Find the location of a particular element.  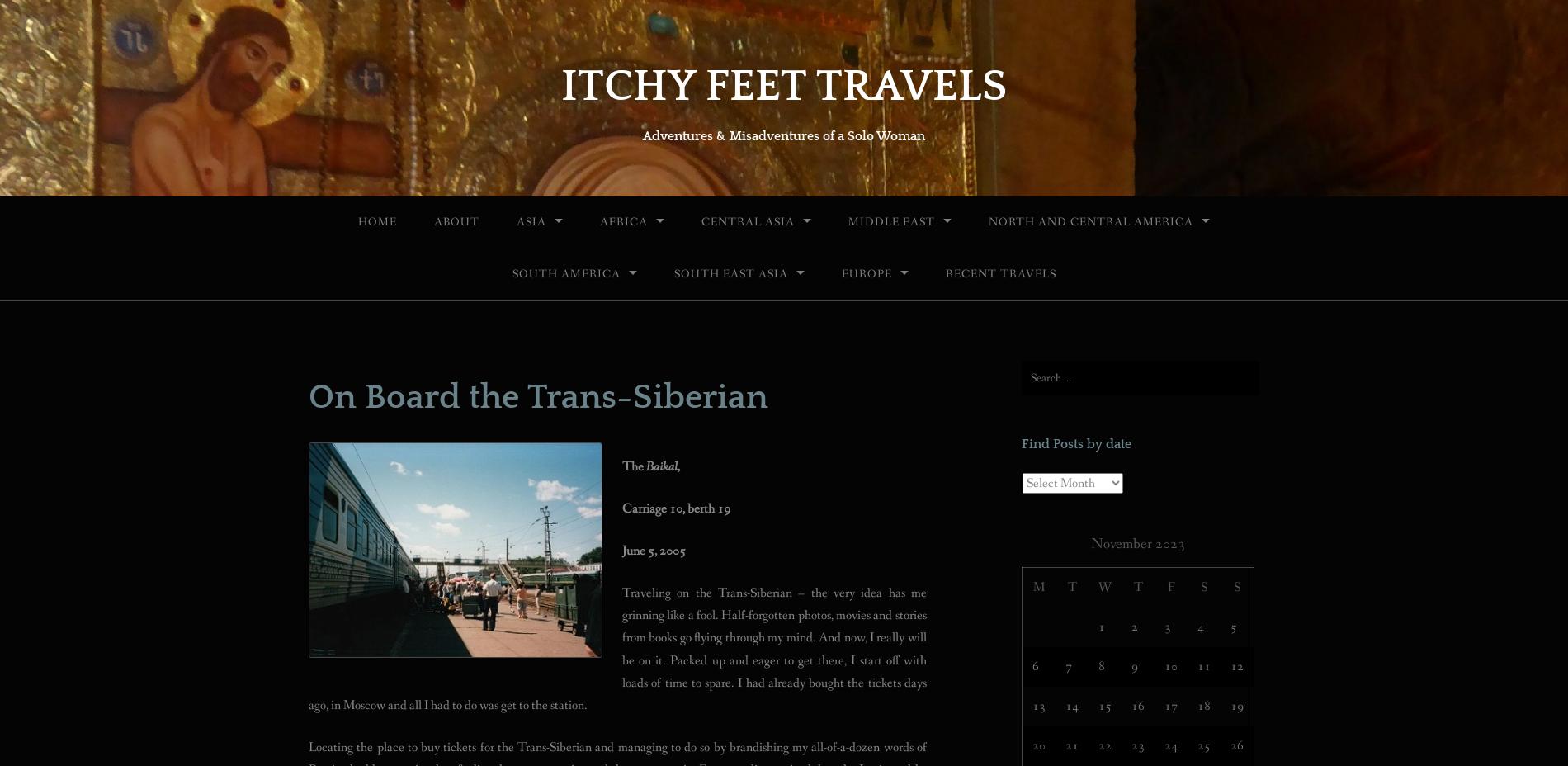

'9' is located at coordinates (1134, 664).